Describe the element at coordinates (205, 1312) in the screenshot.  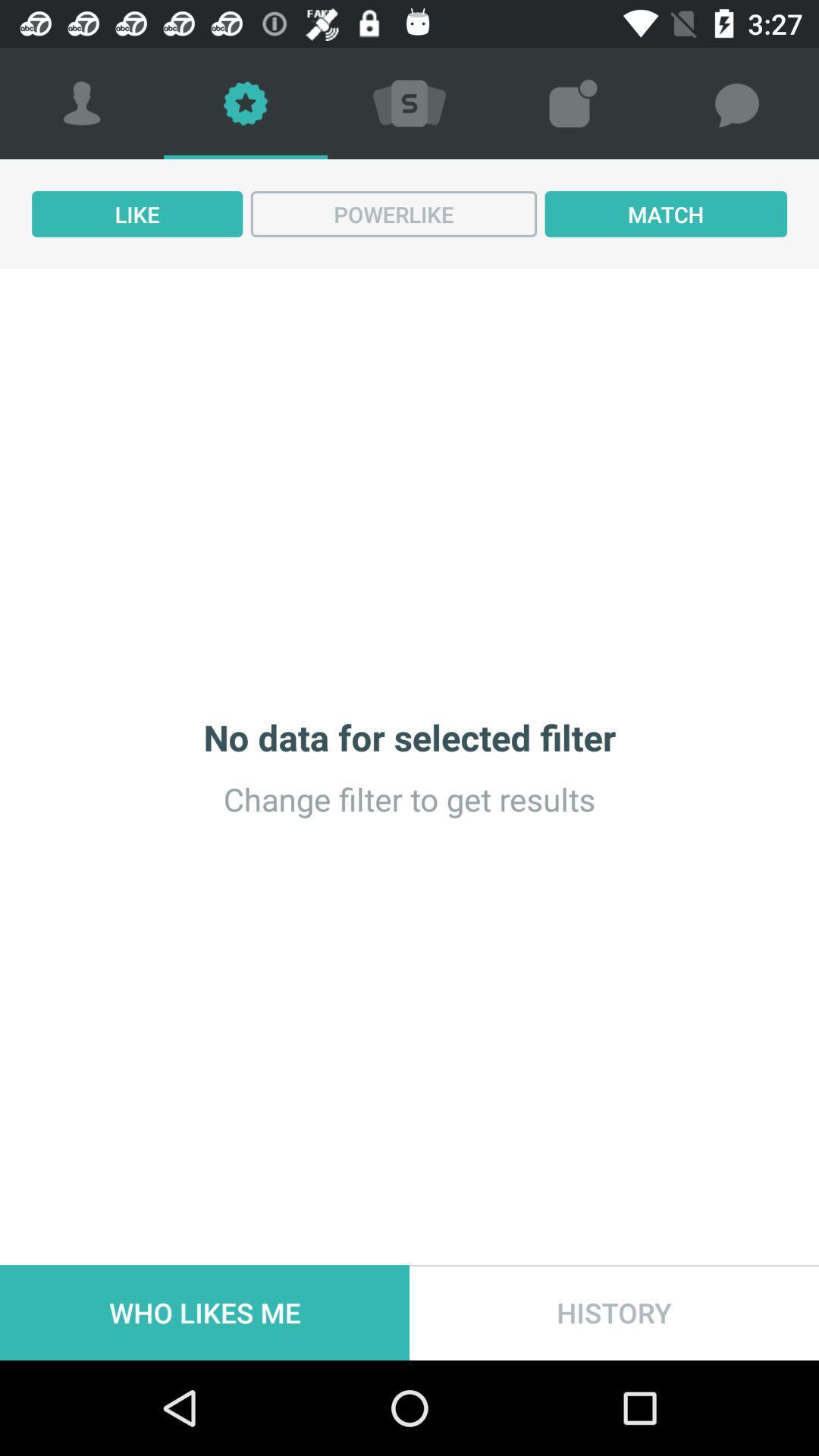
I see `the icon next to the history icon` at that location.